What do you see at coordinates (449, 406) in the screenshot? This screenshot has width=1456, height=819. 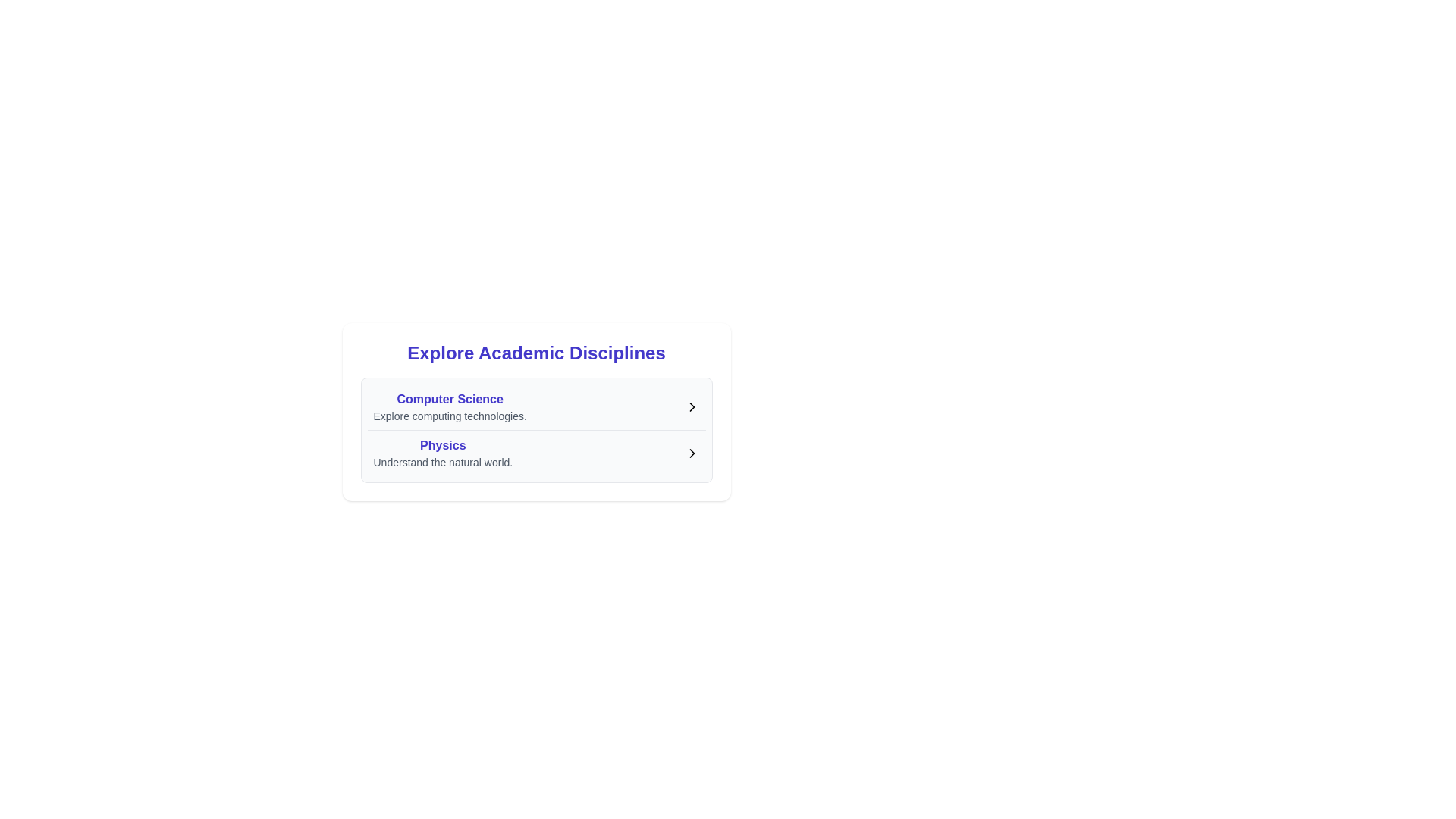 I see `informational block about the academic discipline 'Computer Science' located below the heading 'Explore Academic Disciplines.'` at bounding box center [449, 406].